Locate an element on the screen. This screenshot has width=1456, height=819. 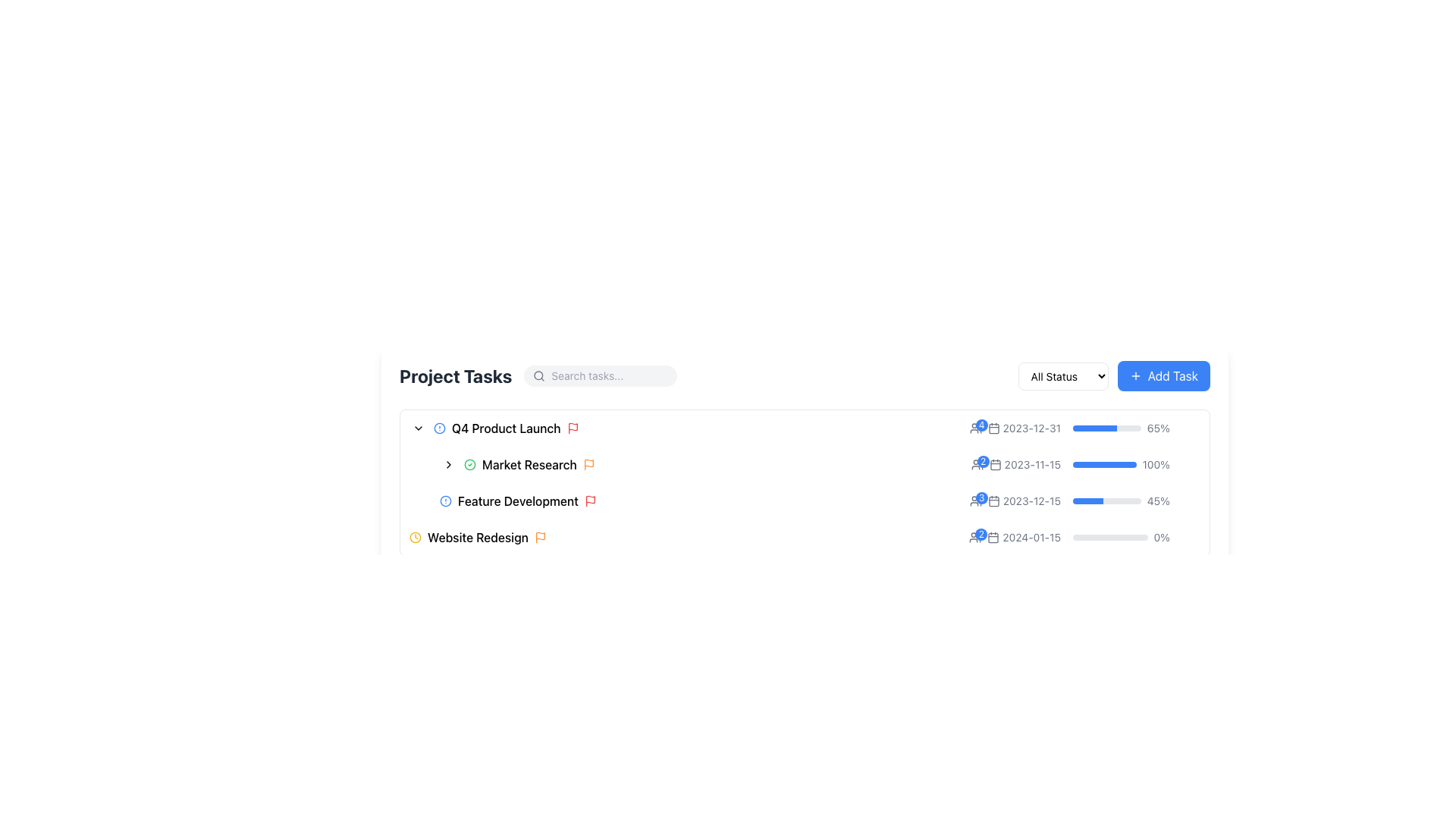
the text displaying the due date of the task corresponding to 'Market Research' is located at coordinates (1024, 428).